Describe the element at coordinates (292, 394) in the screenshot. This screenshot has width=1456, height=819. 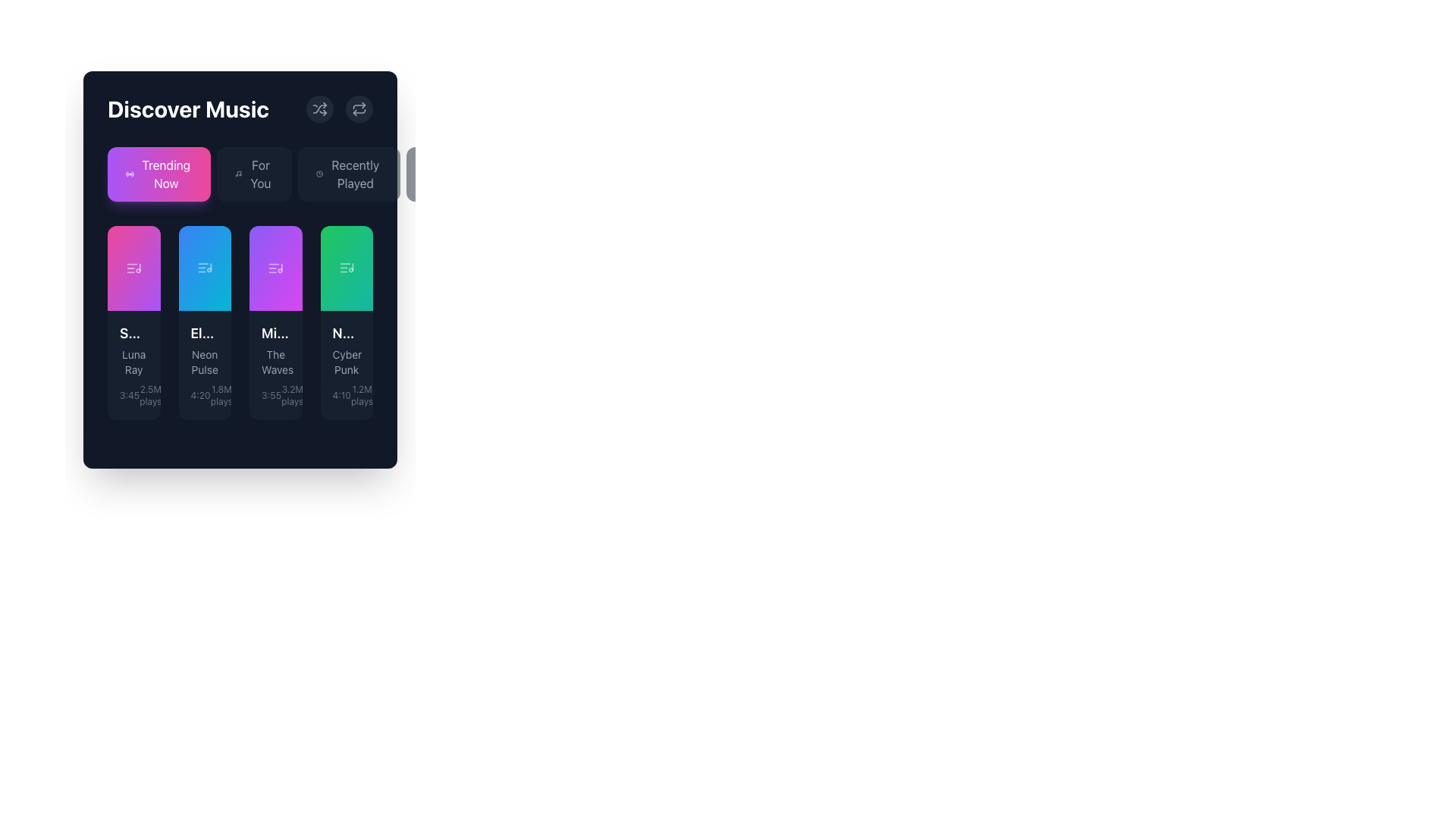
I see `the static text label displaying the number of plays for the third item in the 'Trending Now' section, located at the bottom-right corner of the card` at that location.